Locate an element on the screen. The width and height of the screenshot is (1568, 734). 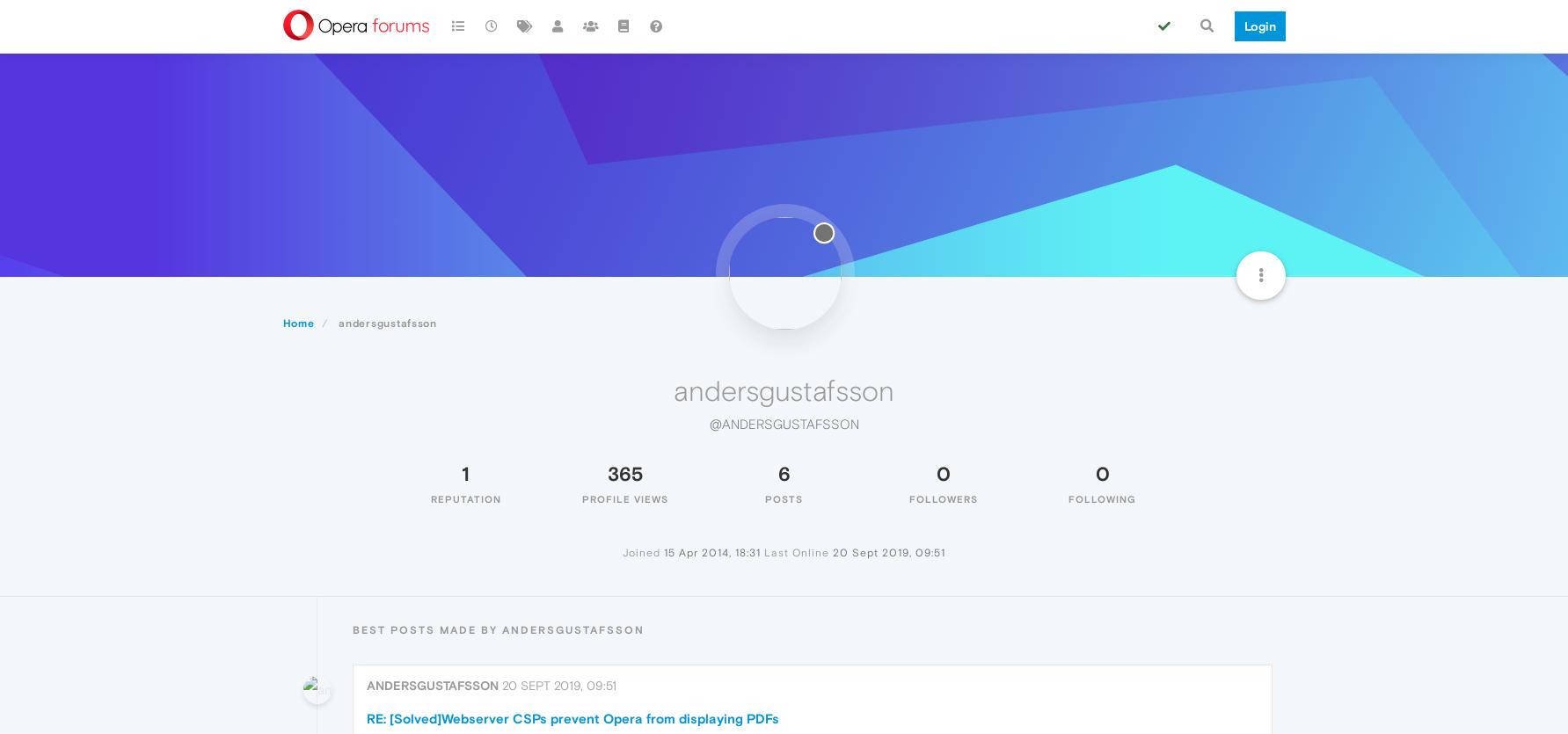
'Followers' is located at coordinates (942, 498).